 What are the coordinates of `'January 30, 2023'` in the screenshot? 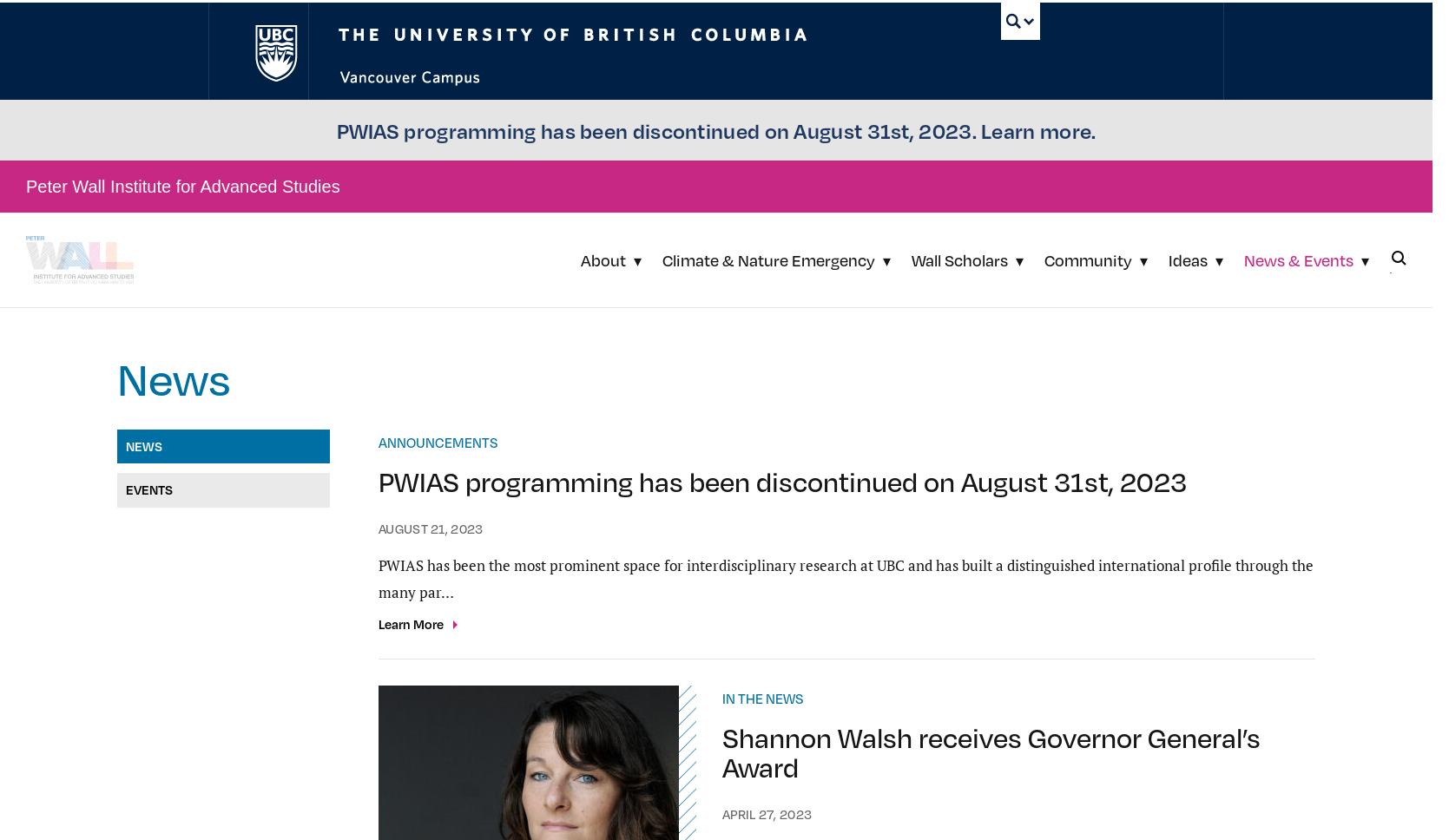 It's located at (721, 18).